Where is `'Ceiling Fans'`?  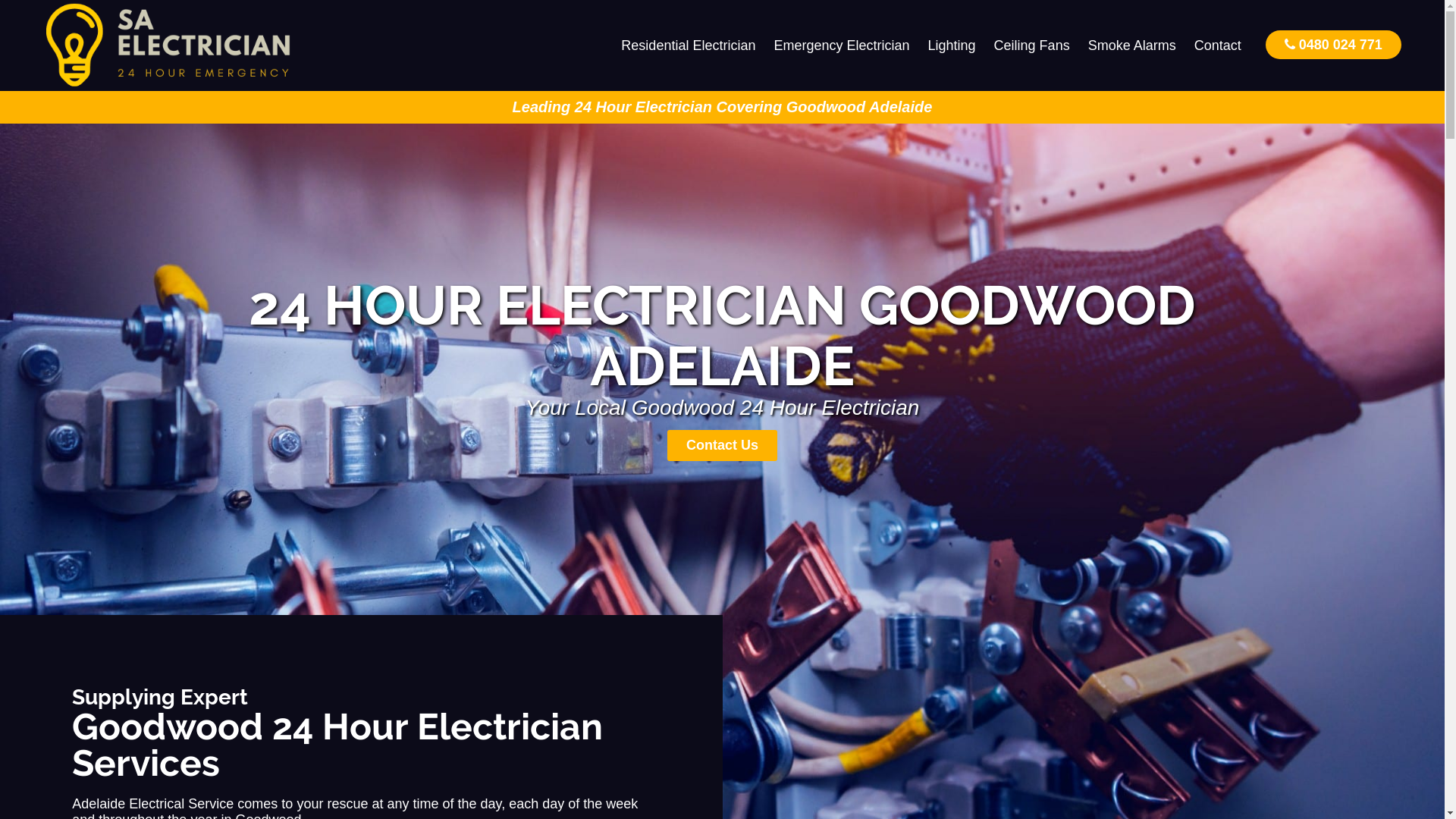 'Ceiling Fans' is located at coordinates (1031, 45).